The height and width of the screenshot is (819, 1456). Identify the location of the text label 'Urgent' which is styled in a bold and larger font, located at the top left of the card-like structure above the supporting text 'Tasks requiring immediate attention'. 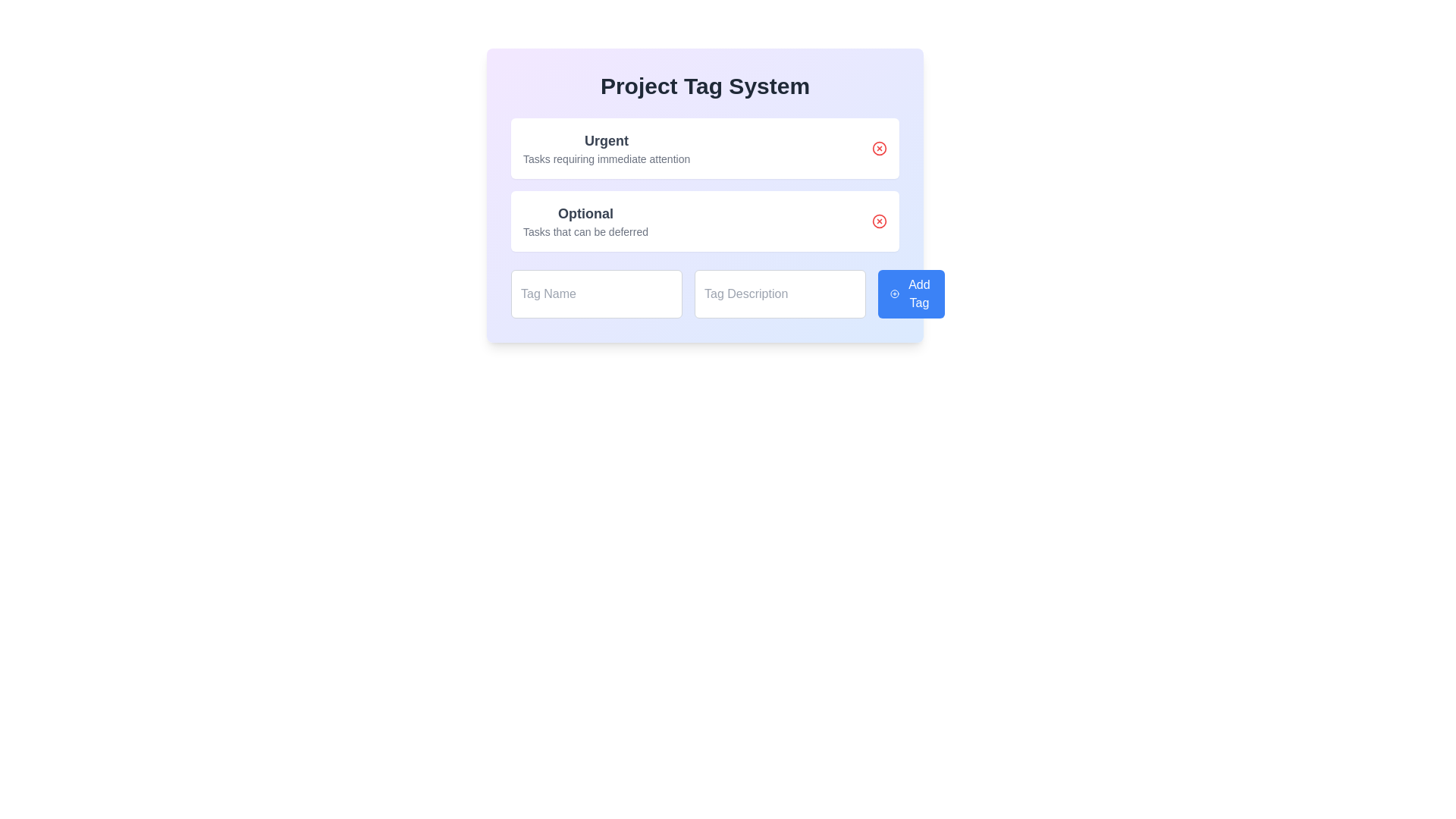
(607, 140).